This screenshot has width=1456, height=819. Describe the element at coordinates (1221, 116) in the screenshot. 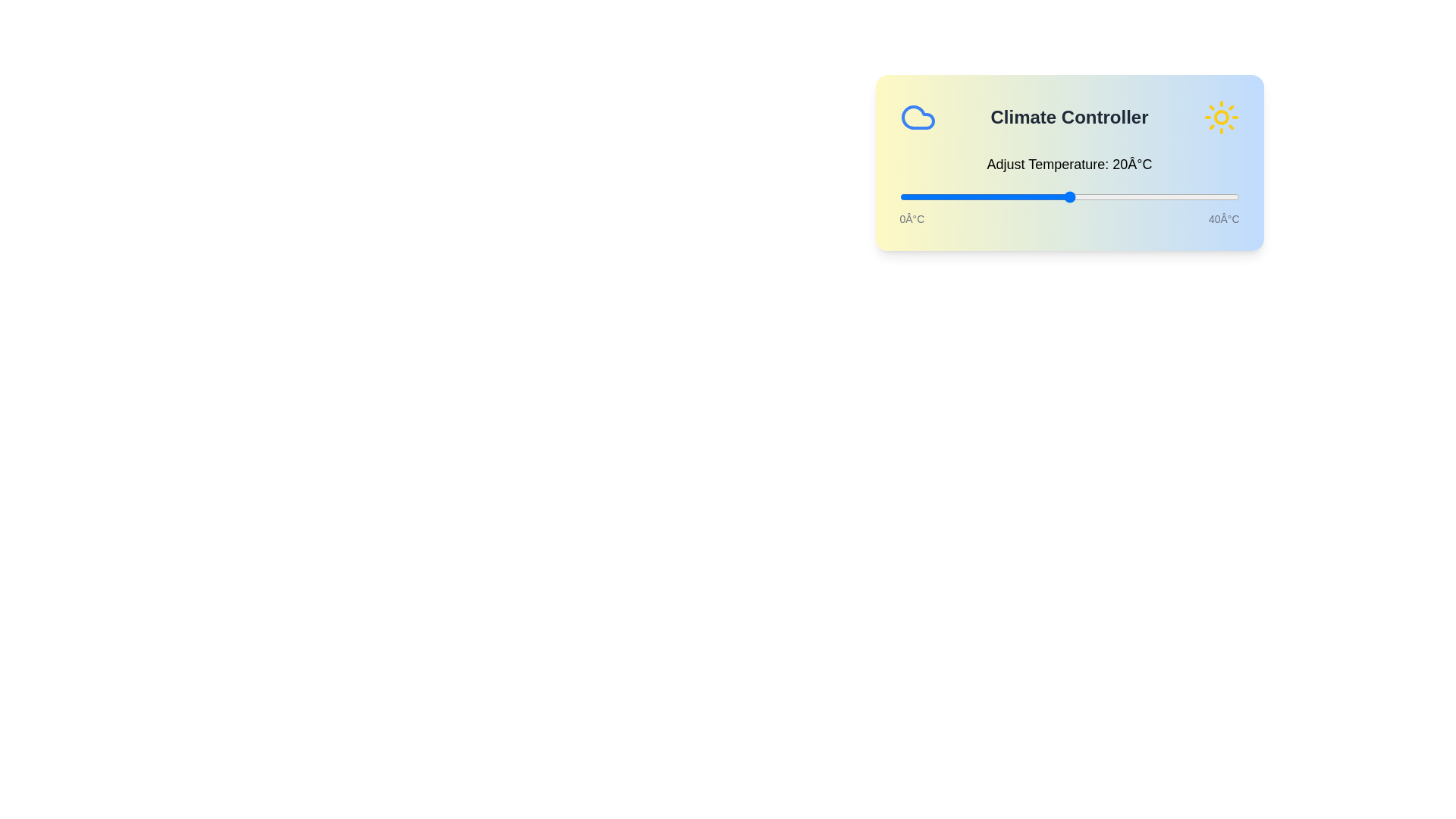

I see `the sun icon to toggle to night mode` at that location.